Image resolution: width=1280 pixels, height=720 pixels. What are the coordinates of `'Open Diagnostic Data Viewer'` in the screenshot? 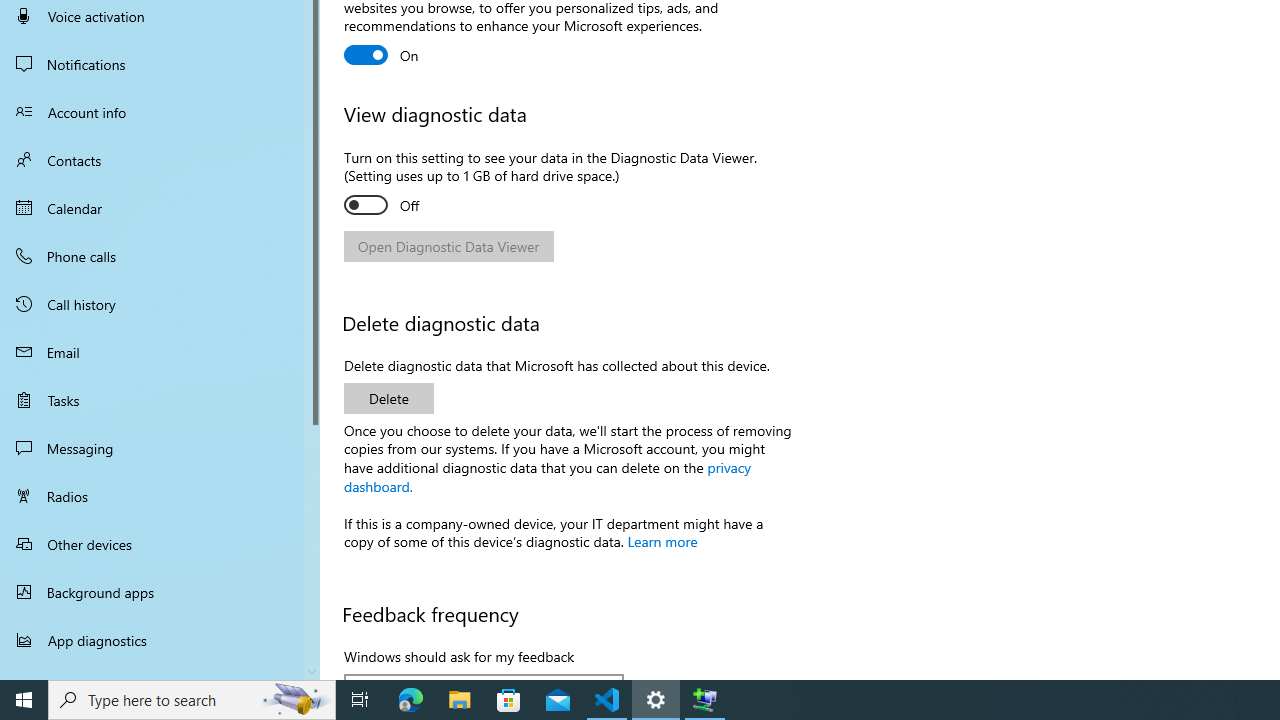 It's located at (448, 245).